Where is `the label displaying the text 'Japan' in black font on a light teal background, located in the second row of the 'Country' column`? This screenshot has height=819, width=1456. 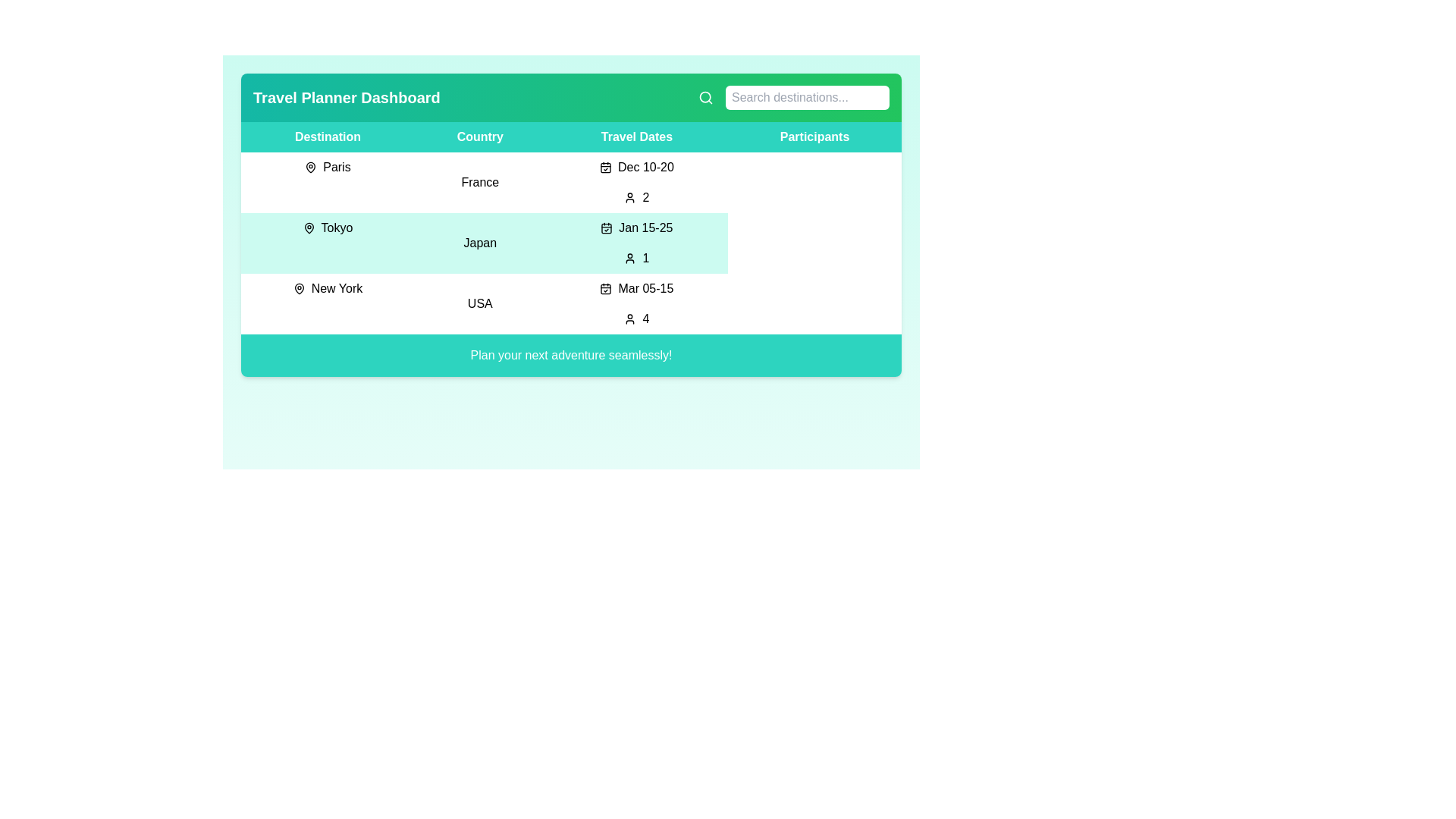 the label displaying the text 'Japan' in black font on a light teal background, located in the second row of the 'Country' column is located at coordinates (479, 242).